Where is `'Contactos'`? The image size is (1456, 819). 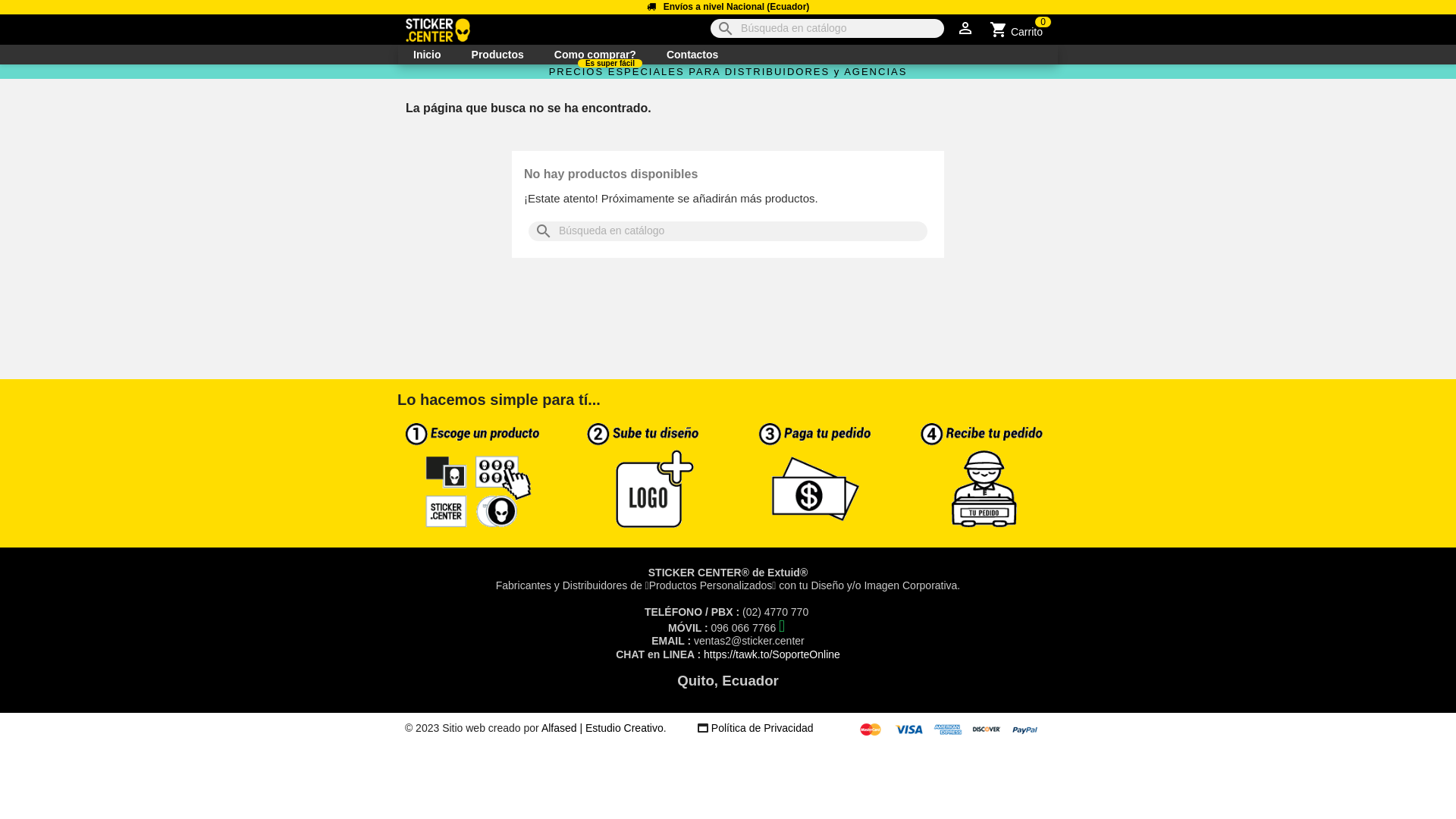 'Contactos' is located at coordinates (651, 54).